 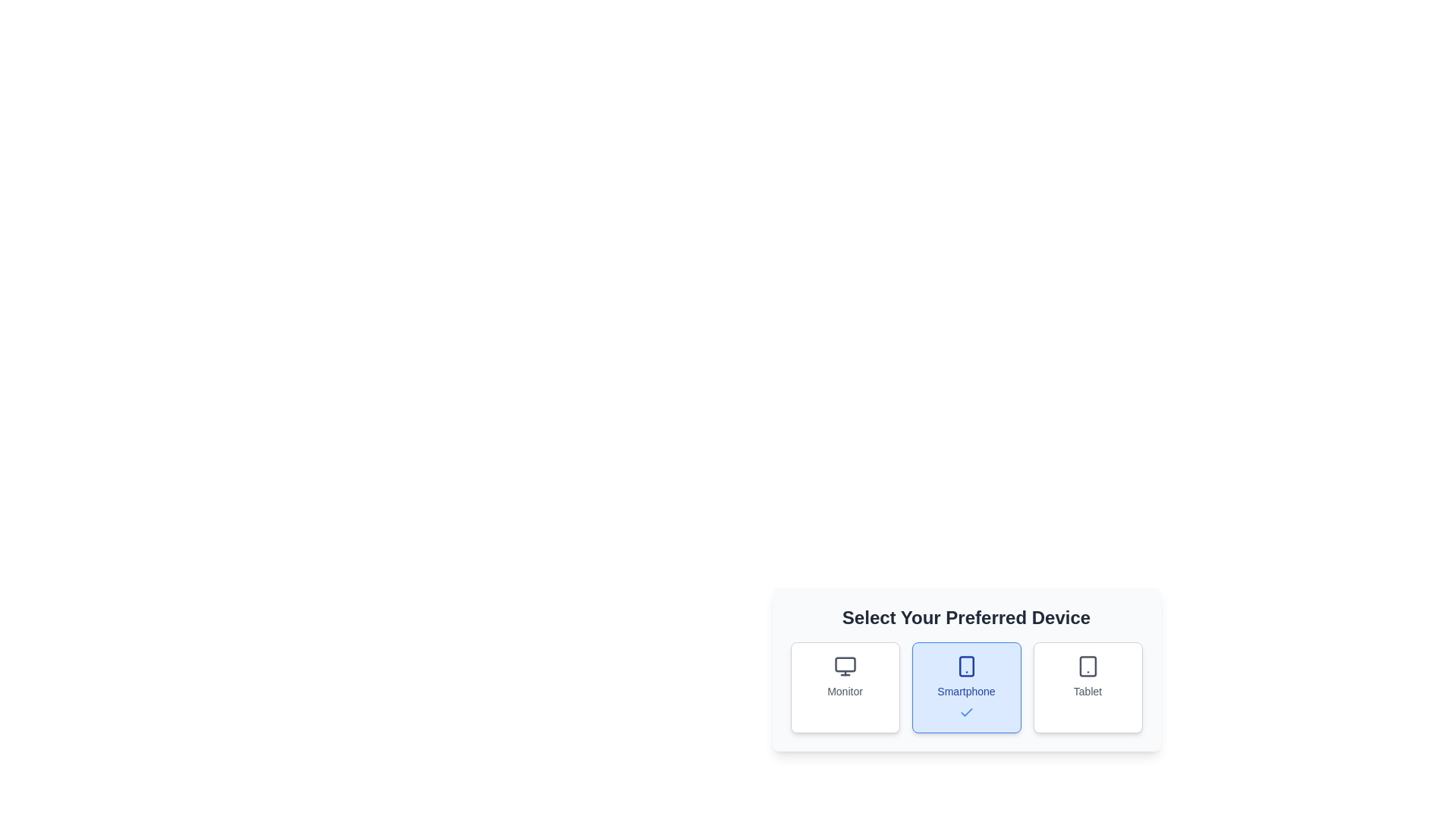 I want to click on the details of the selected state of the centrally located selectable card element for device selection in the dialog box, so click(x=965, y=669).